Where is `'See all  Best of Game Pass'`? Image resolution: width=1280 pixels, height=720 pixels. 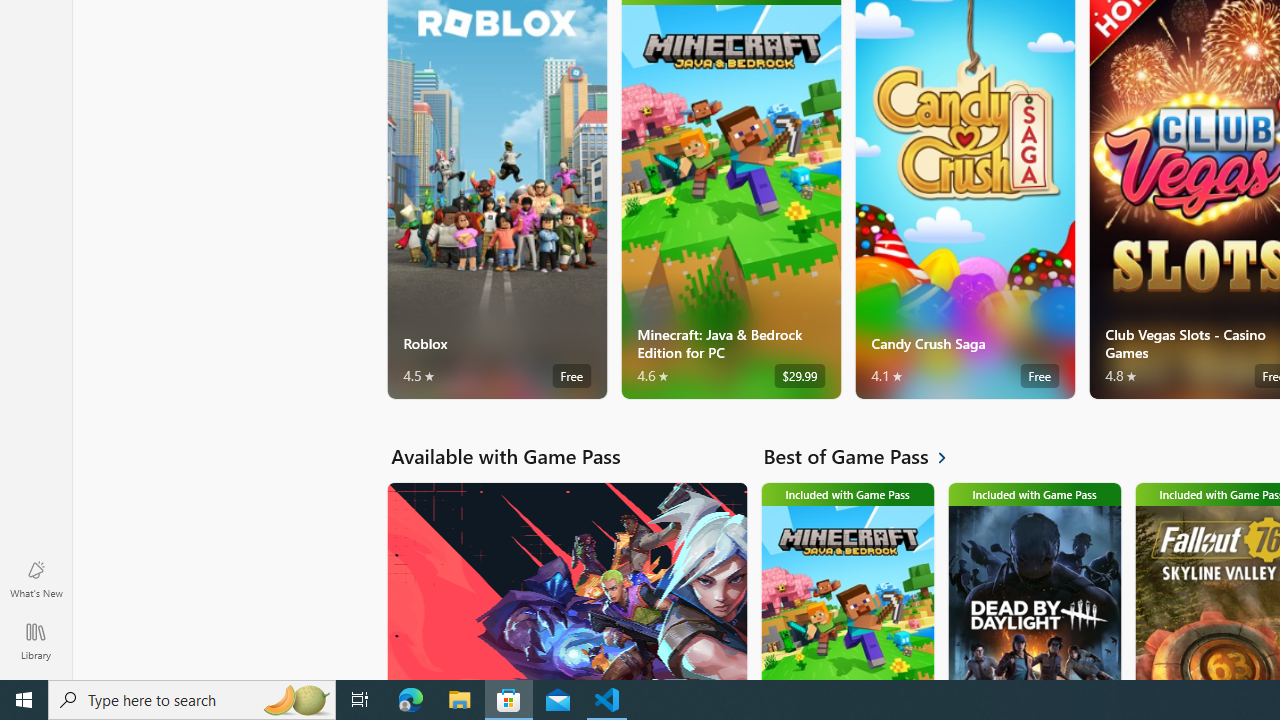 'See all  Best of Game Pass' is located at coordinates (866, 456).